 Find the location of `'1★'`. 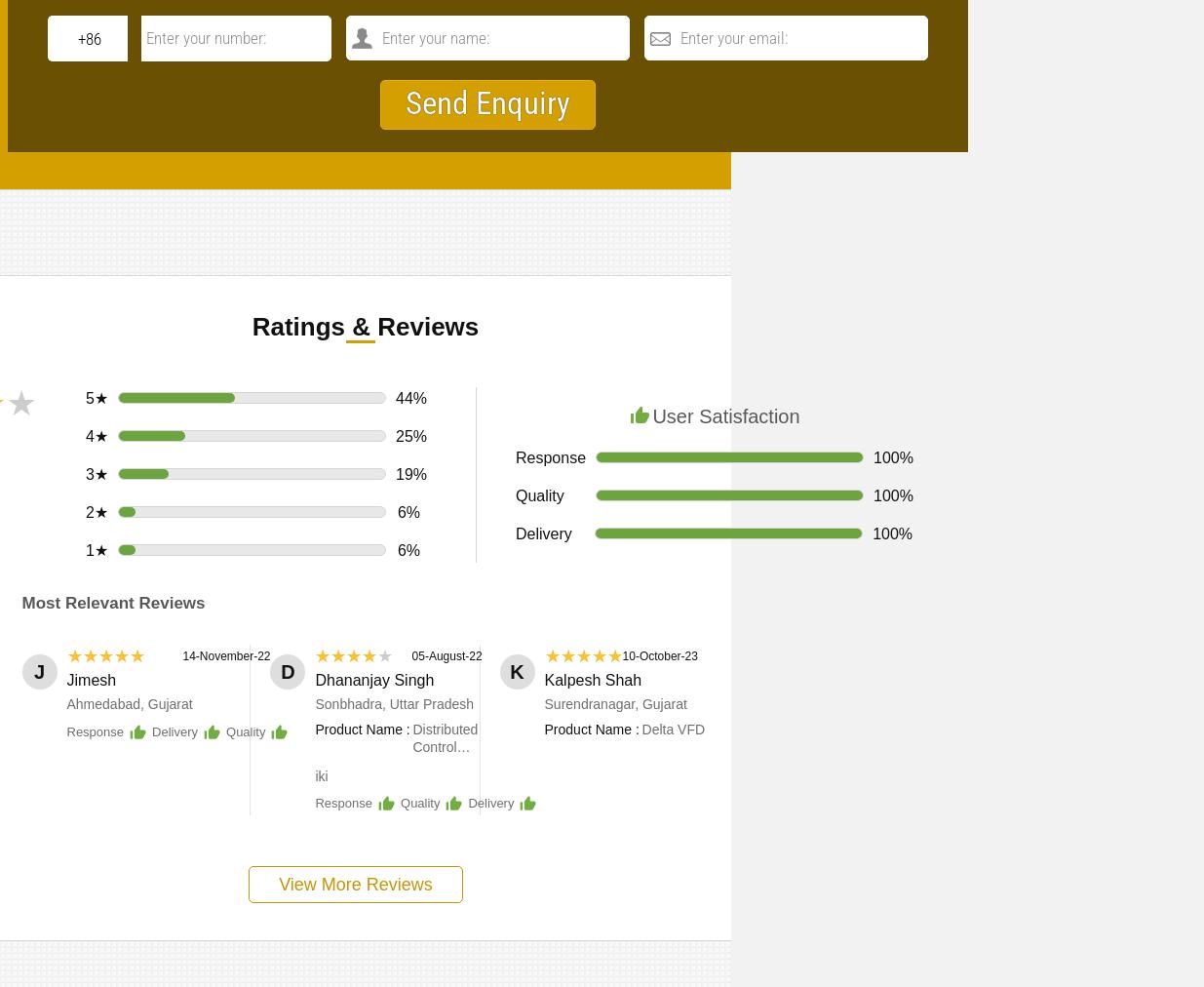

'1★' is located at coordinates (96, 549).